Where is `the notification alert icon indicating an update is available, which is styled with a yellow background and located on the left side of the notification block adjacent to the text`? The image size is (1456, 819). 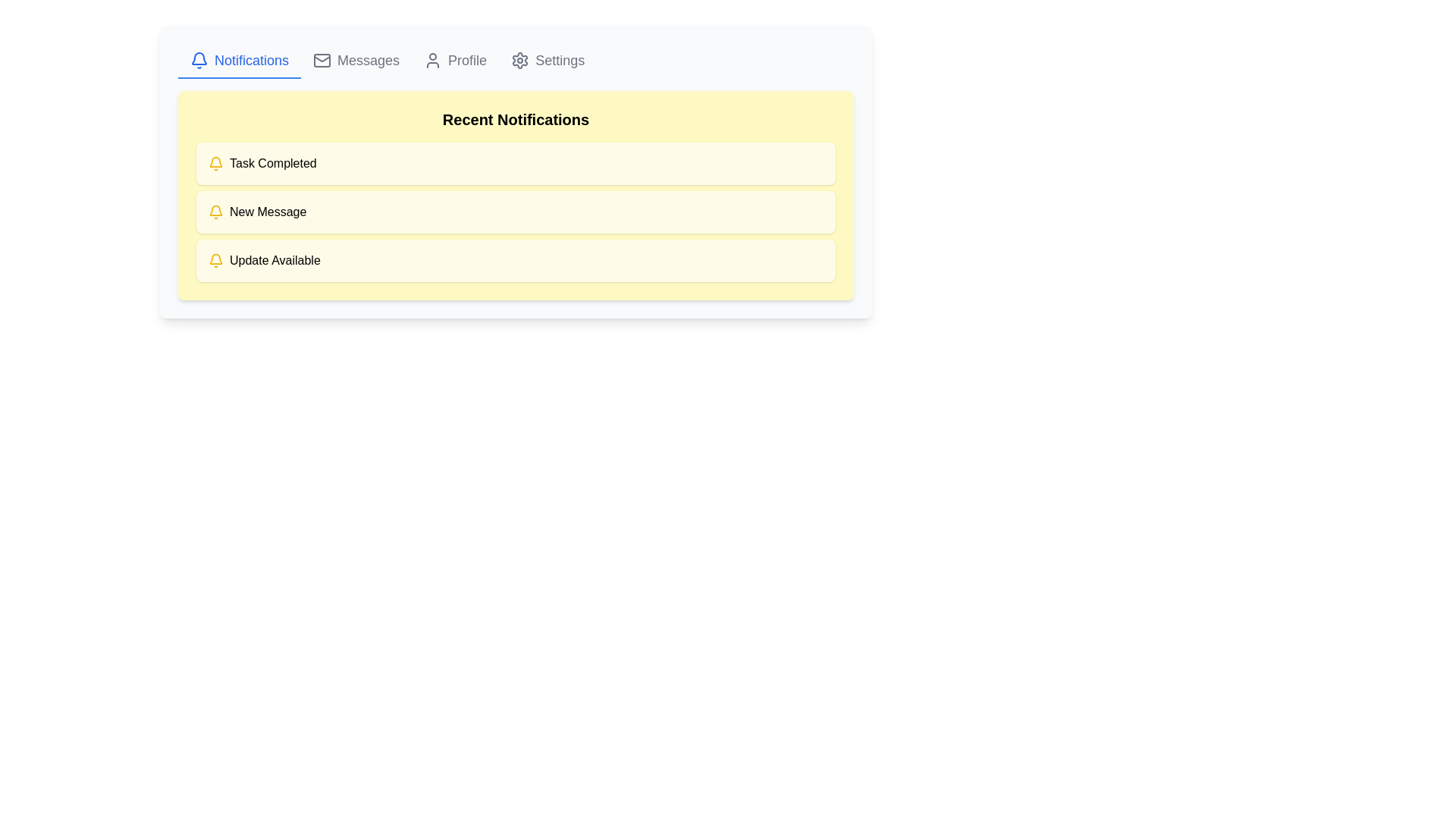
the notification alert icon indicating an update is available, which is styled with a yellow background and located on the left side of the notification block adjacent to the text is located at coordinates (215, 259).